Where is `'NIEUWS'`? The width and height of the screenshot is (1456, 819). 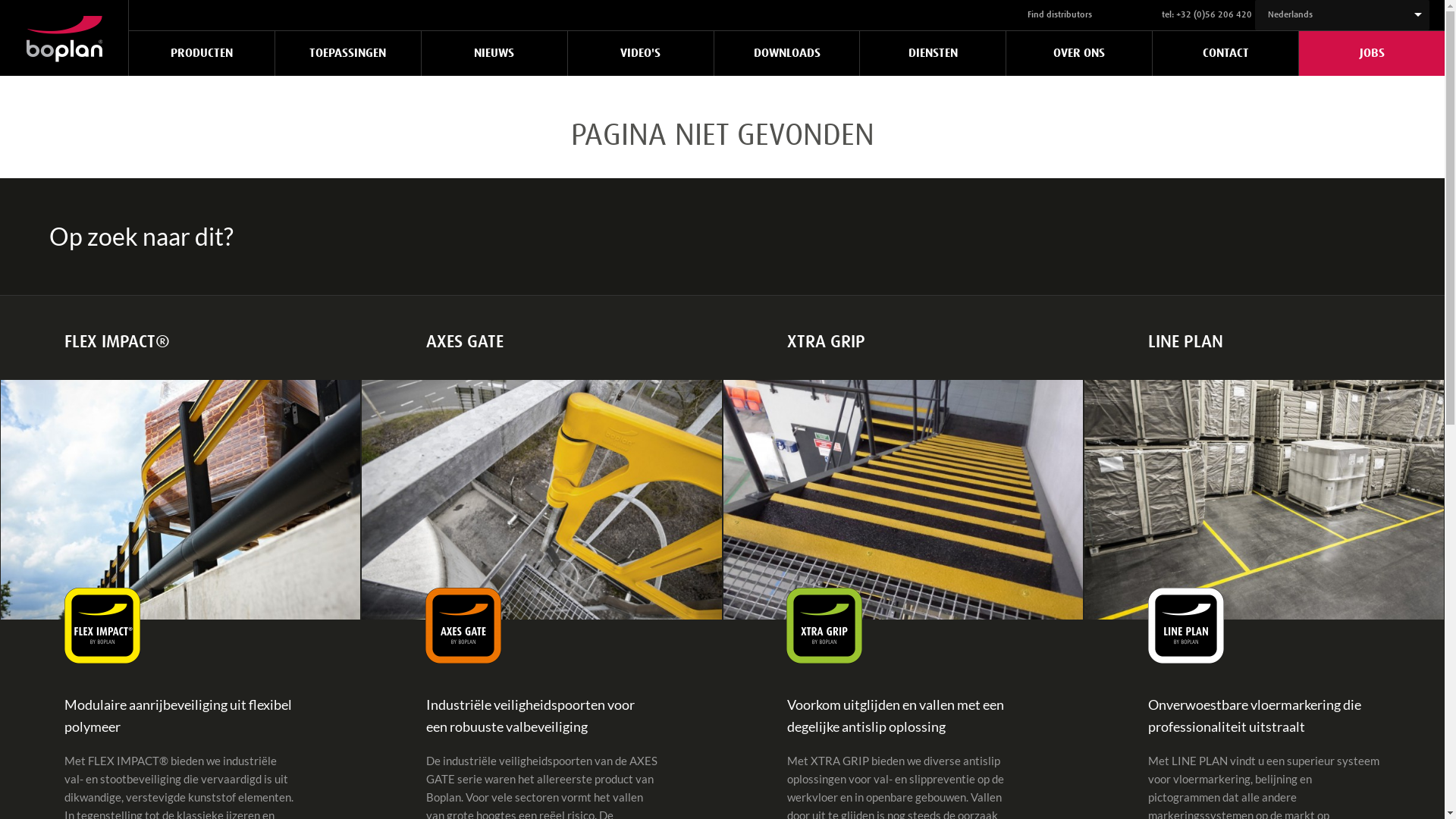 'NIEUWS' is located at coordinates (494, 52).